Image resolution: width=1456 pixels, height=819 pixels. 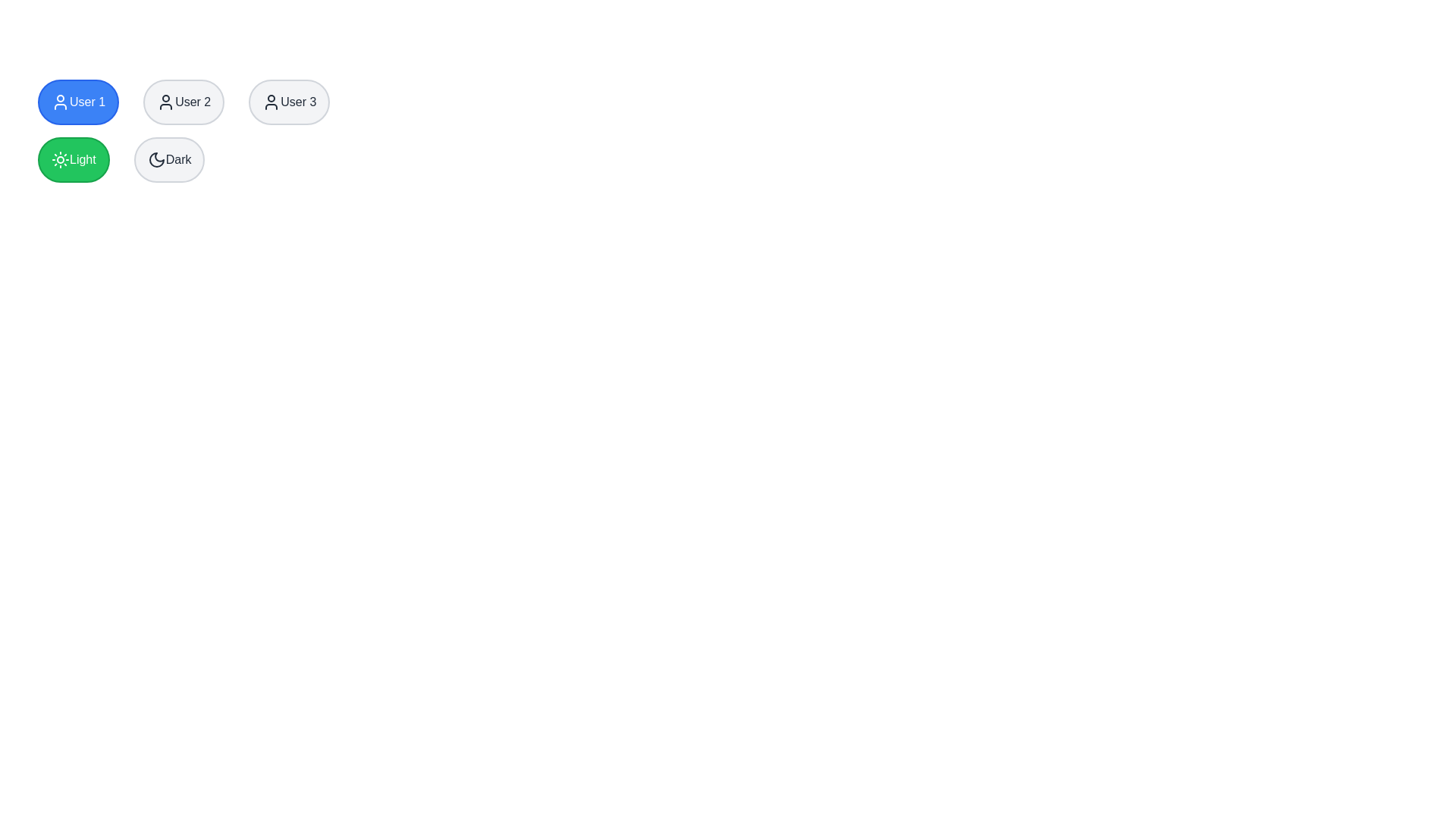 I want to click on the second button in the group of three buttons, which is related to 'User 2', so click(x=183, y=102).